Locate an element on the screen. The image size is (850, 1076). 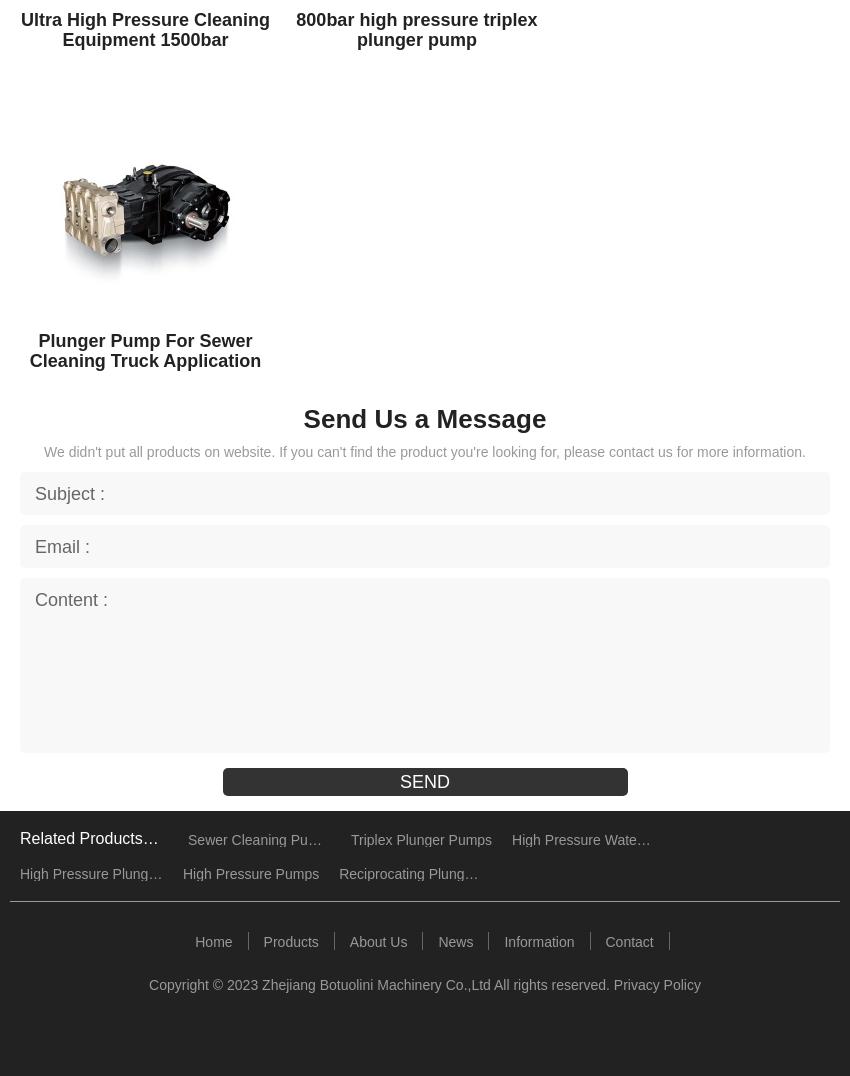
'High Pressure Plunger Pumps' is located at coordinates (18, 872).